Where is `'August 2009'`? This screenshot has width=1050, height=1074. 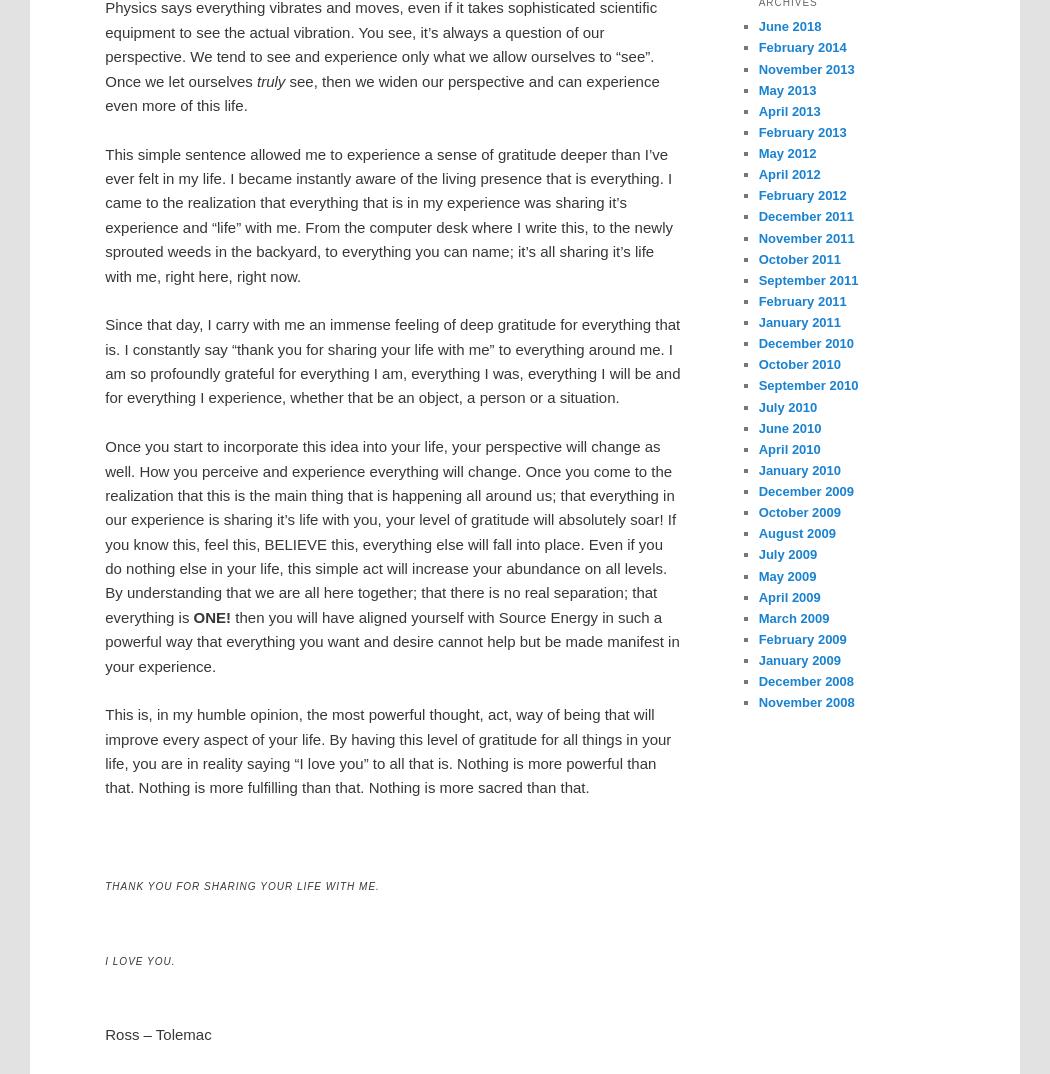
'August 2009' is located at coordinates (795, 533).